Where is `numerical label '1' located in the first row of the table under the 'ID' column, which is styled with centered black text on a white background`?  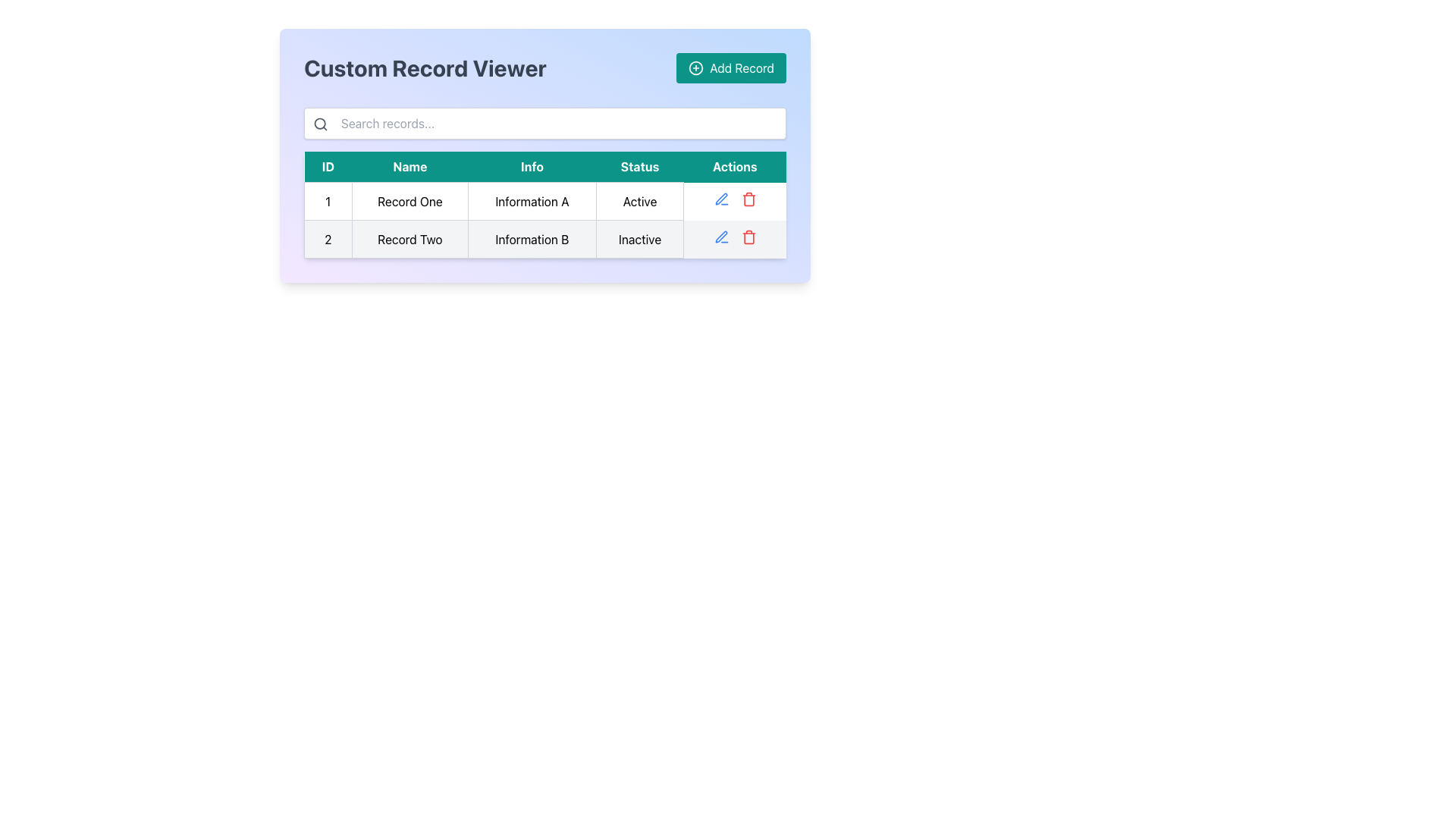 numerical label '1' located in the first row of the table under the 'ID' column, which is styled with centered black text on a white background is located at coordinates (327, 200).